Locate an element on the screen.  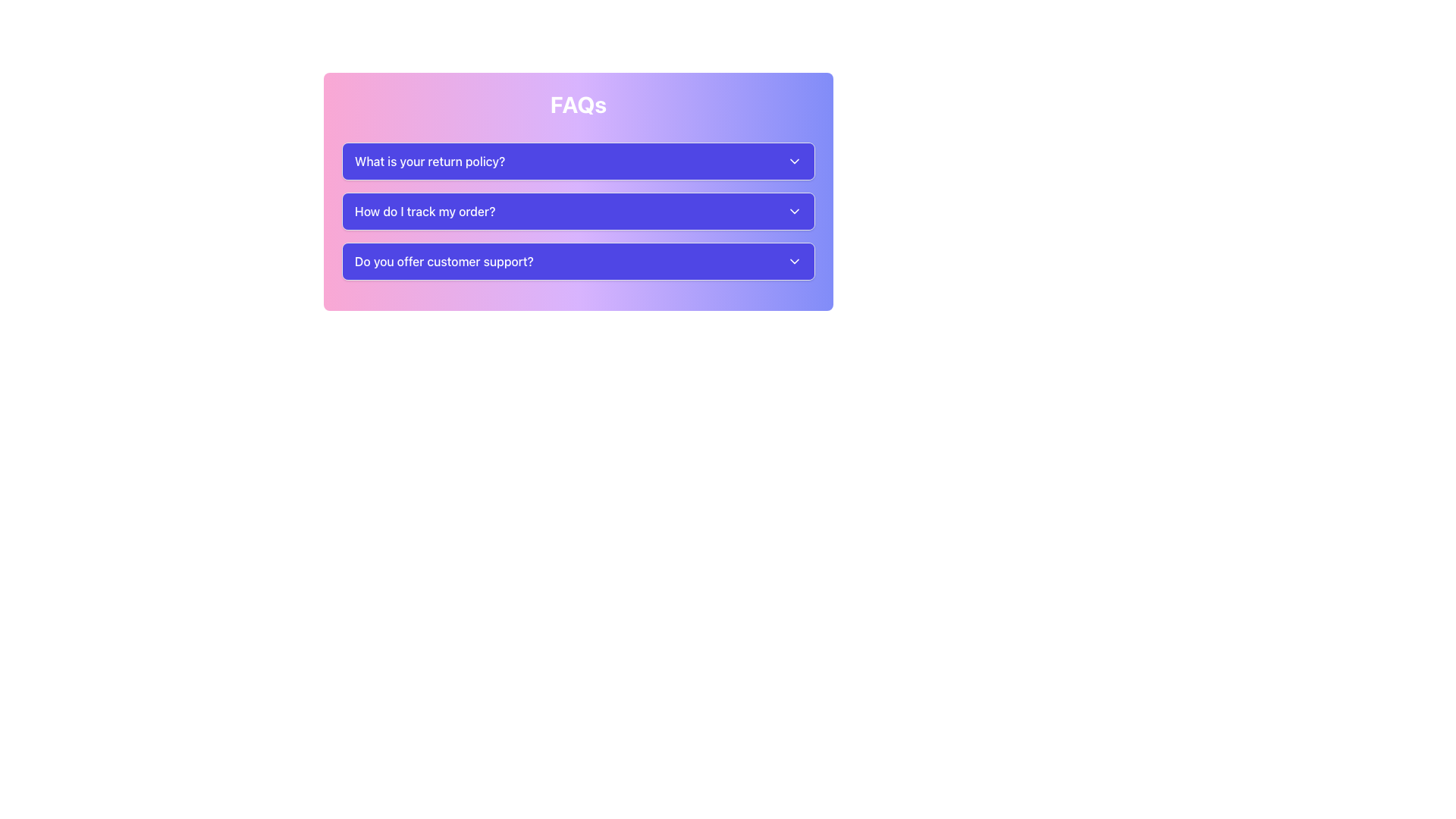
the downward-pointing chevron icon located on the right side of the FAQ question bar labeled 'How do I track my order?' is located at coordinates (793, 211).